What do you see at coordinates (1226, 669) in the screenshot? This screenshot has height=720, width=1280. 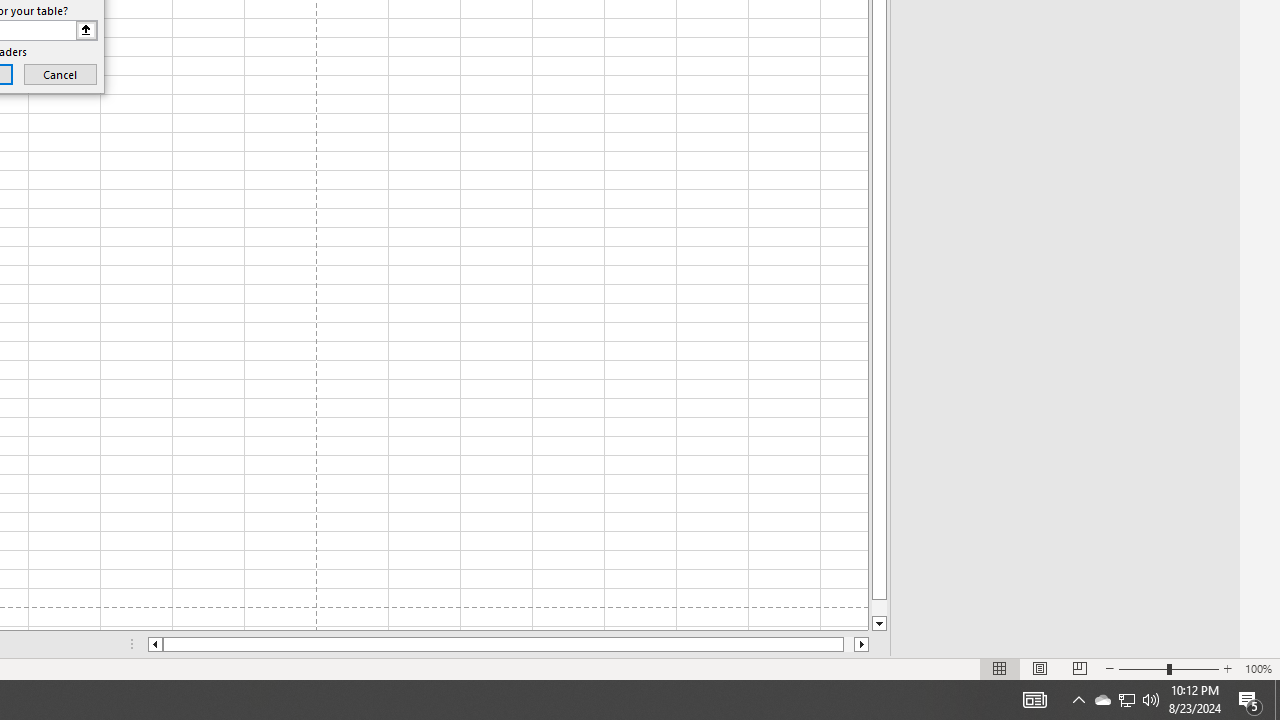 I see `'Zoom In'` at bounding box center [1226, 669].